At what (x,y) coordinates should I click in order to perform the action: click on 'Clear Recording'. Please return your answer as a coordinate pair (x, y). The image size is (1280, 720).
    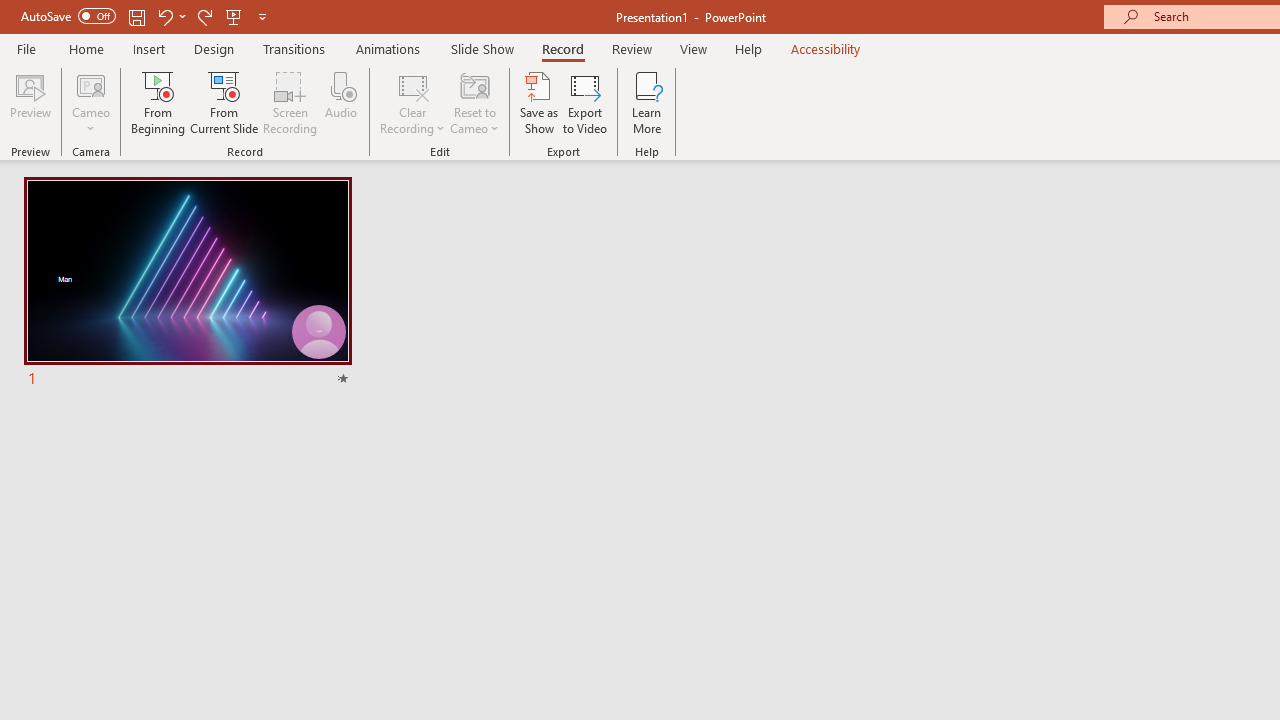
    Looking at the image, I should click on (411, 103).